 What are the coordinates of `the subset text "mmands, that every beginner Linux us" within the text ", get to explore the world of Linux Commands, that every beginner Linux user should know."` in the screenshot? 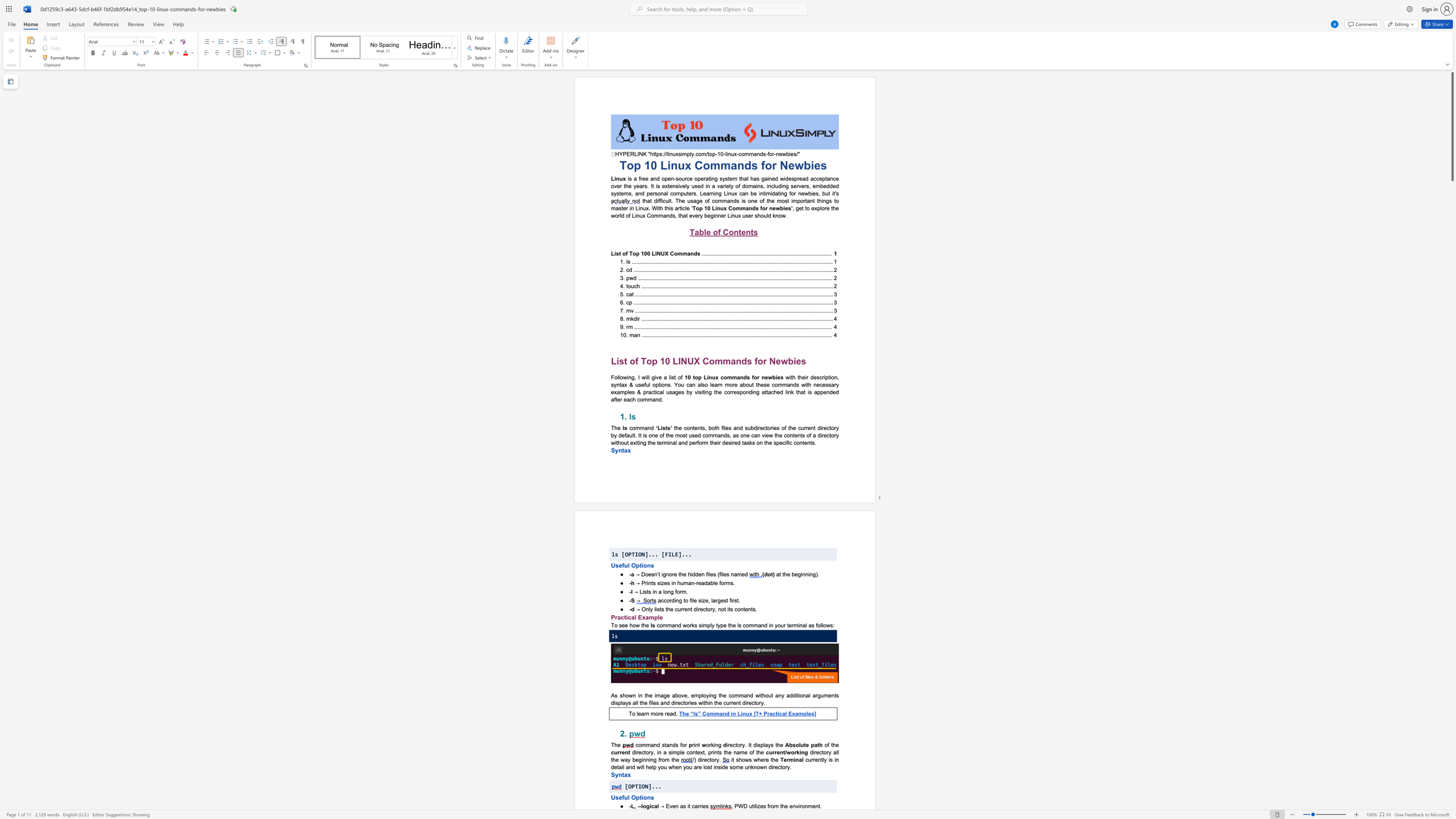 It's located at (653, 215).